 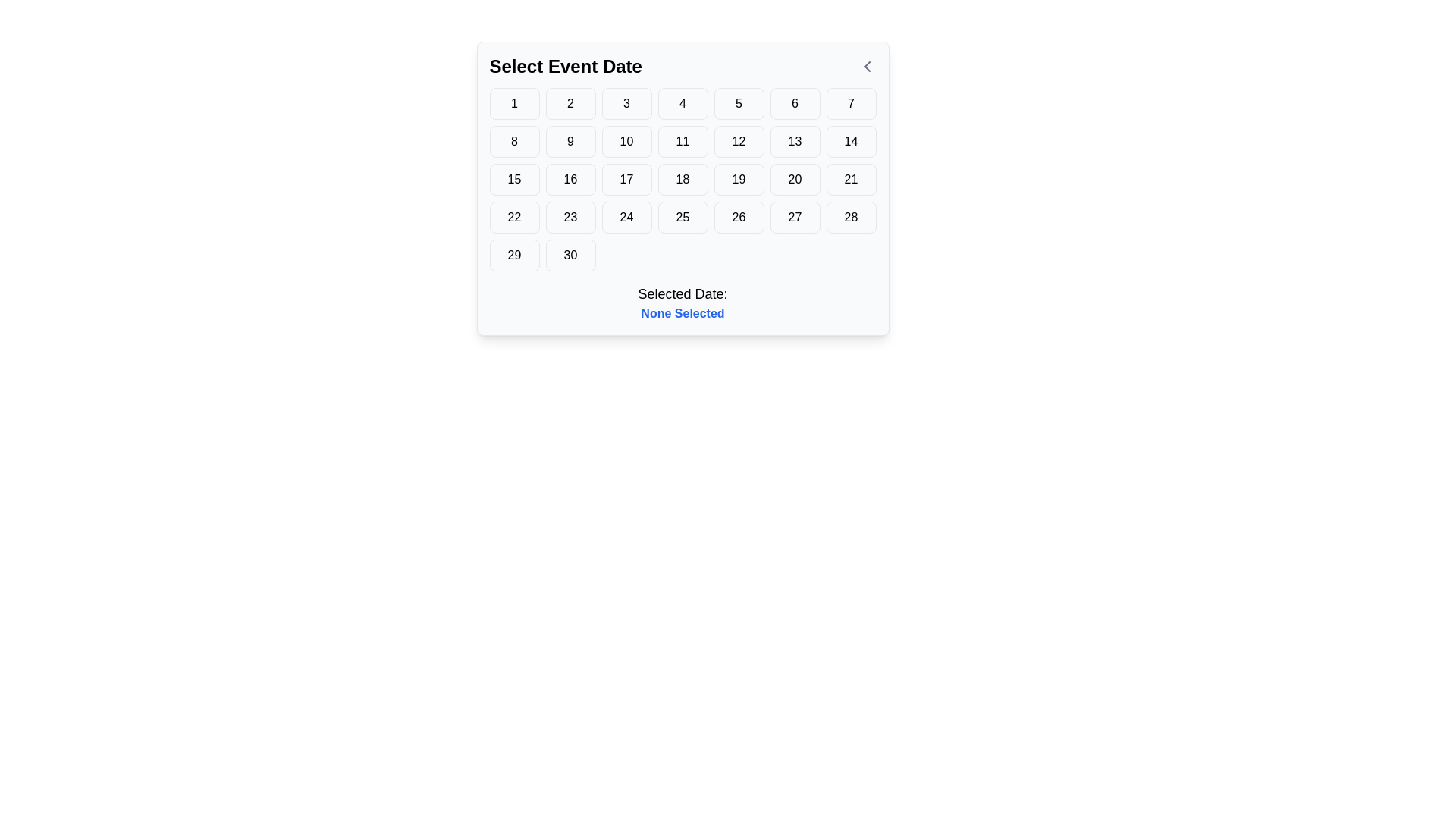 I want to click on the rectangular button with rounded corners displaying the text '22', so click(x=514, y=217).